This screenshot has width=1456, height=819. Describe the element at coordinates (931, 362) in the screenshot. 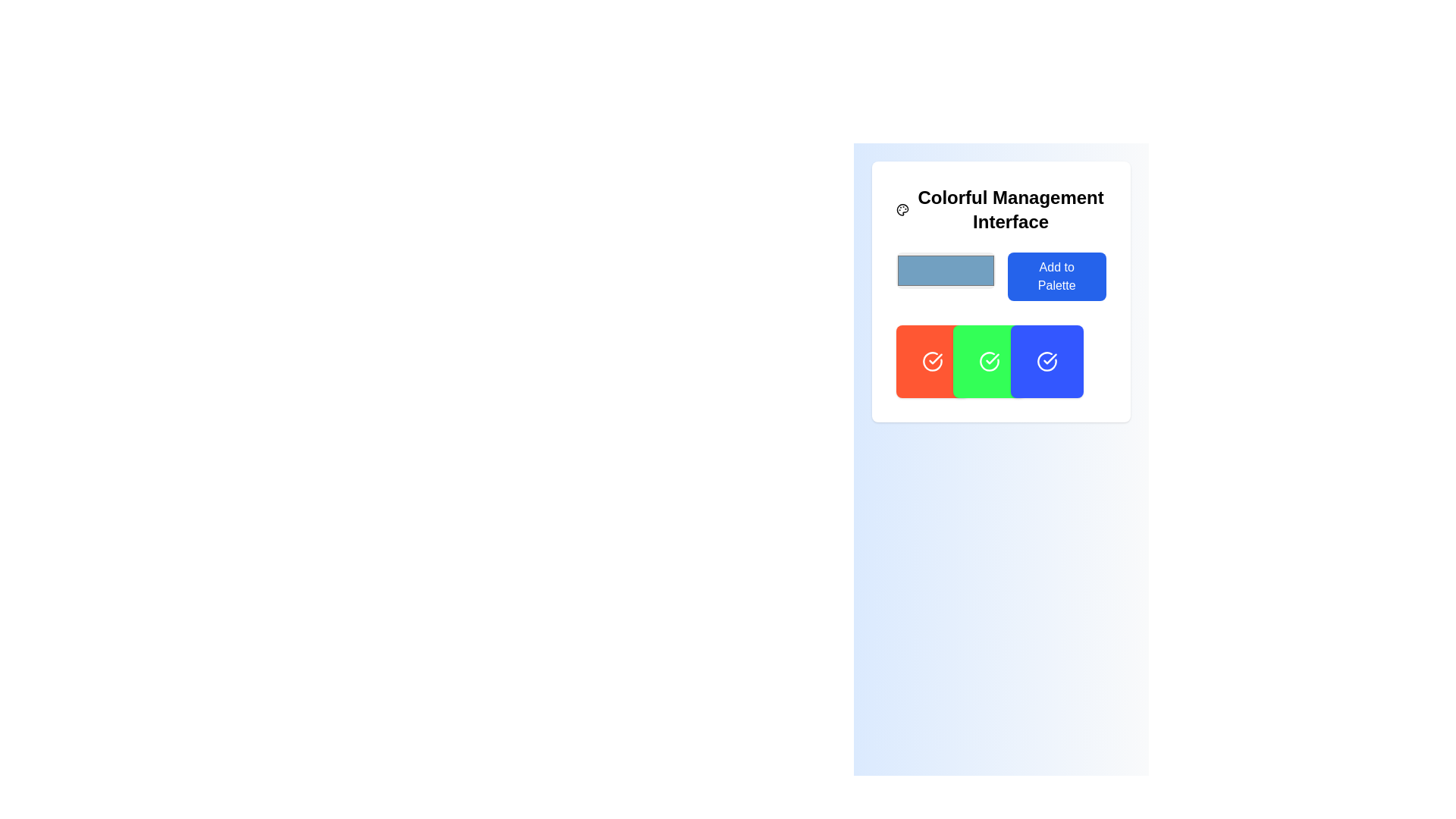

I see `the first square button with a bright red background and a white circular checkmark icon, located below the main interface title` at that location.